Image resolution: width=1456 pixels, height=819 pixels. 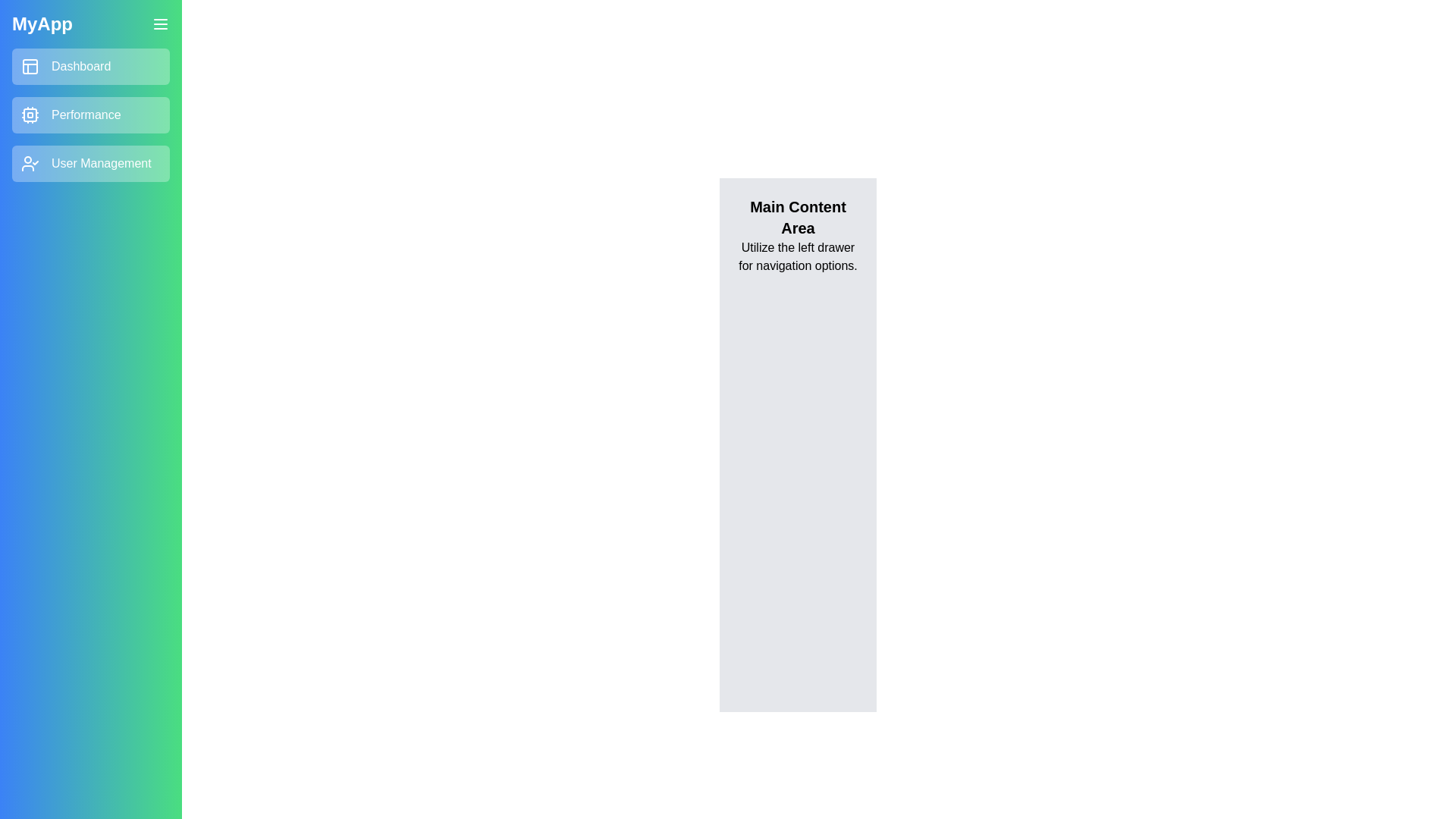 I want to click on the navigation link Dashboard to observe the hover effect, so click(x=90, y=66).